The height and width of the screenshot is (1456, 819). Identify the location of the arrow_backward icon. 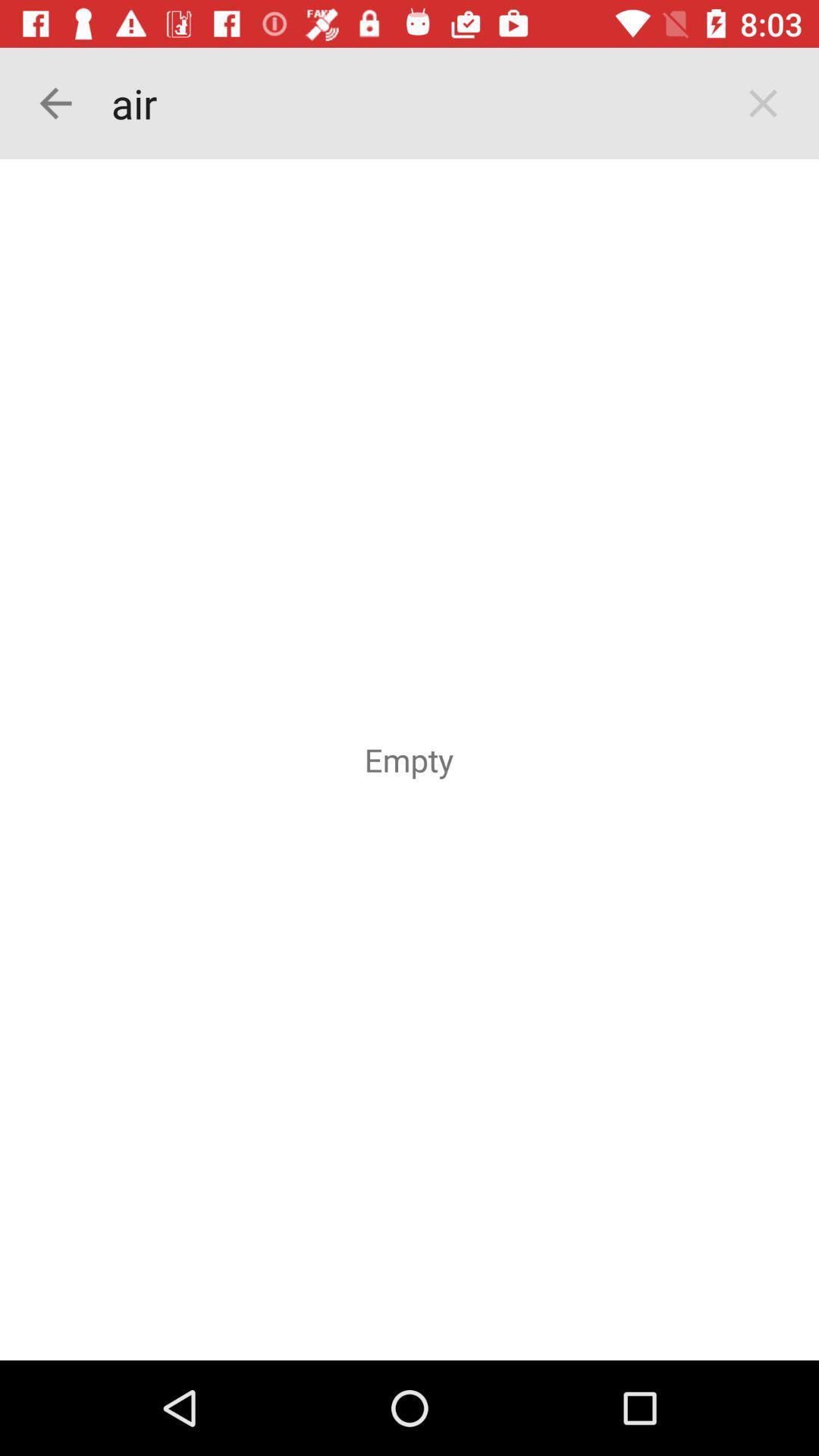
(55, 102).